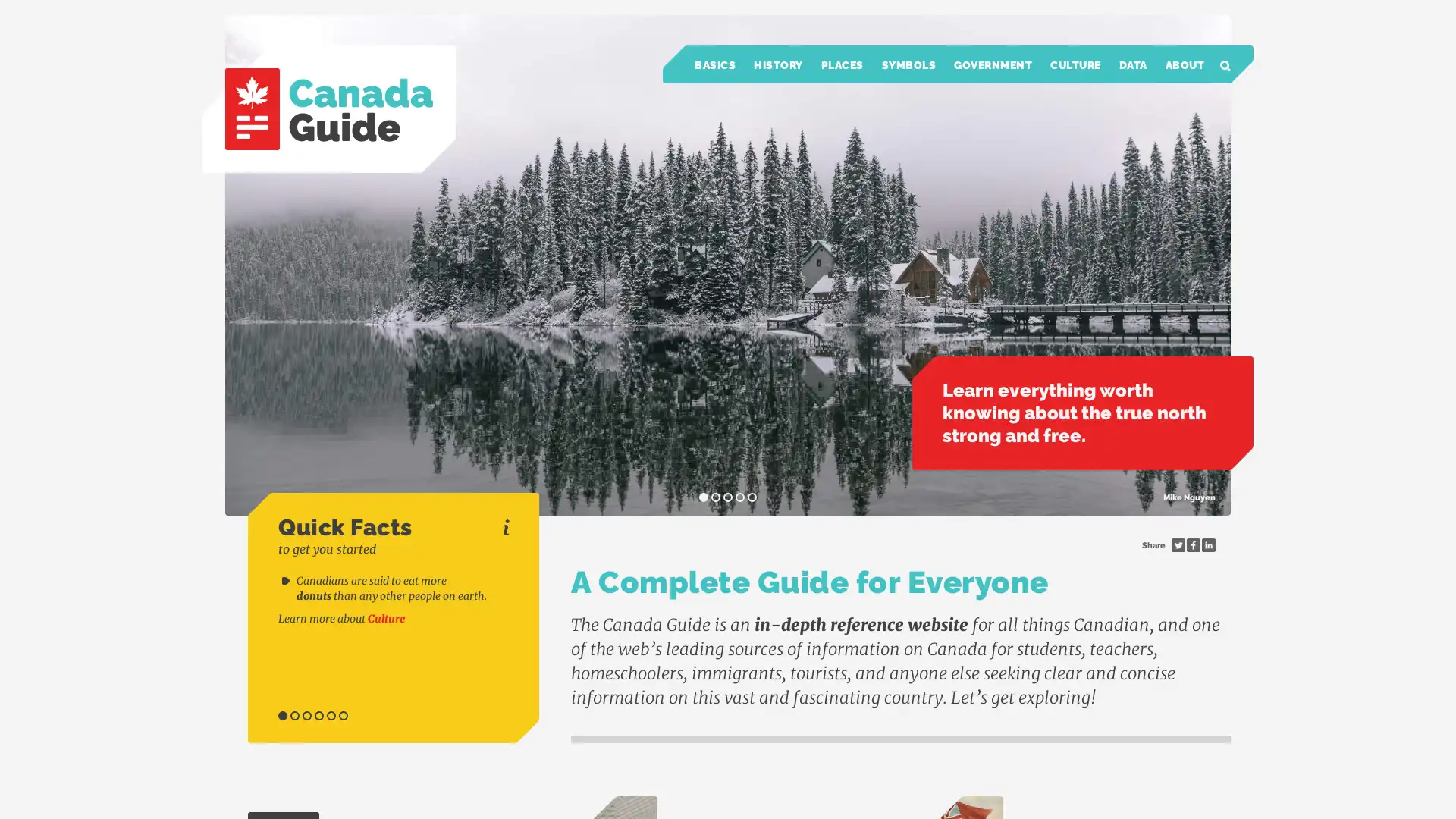 Image resolution: width=1456 pixels, height=819 pixels. What do you see at coordinates (739, 497) in the screenshot?
I see `Go to slide 4` at bounding box center [739, 497].